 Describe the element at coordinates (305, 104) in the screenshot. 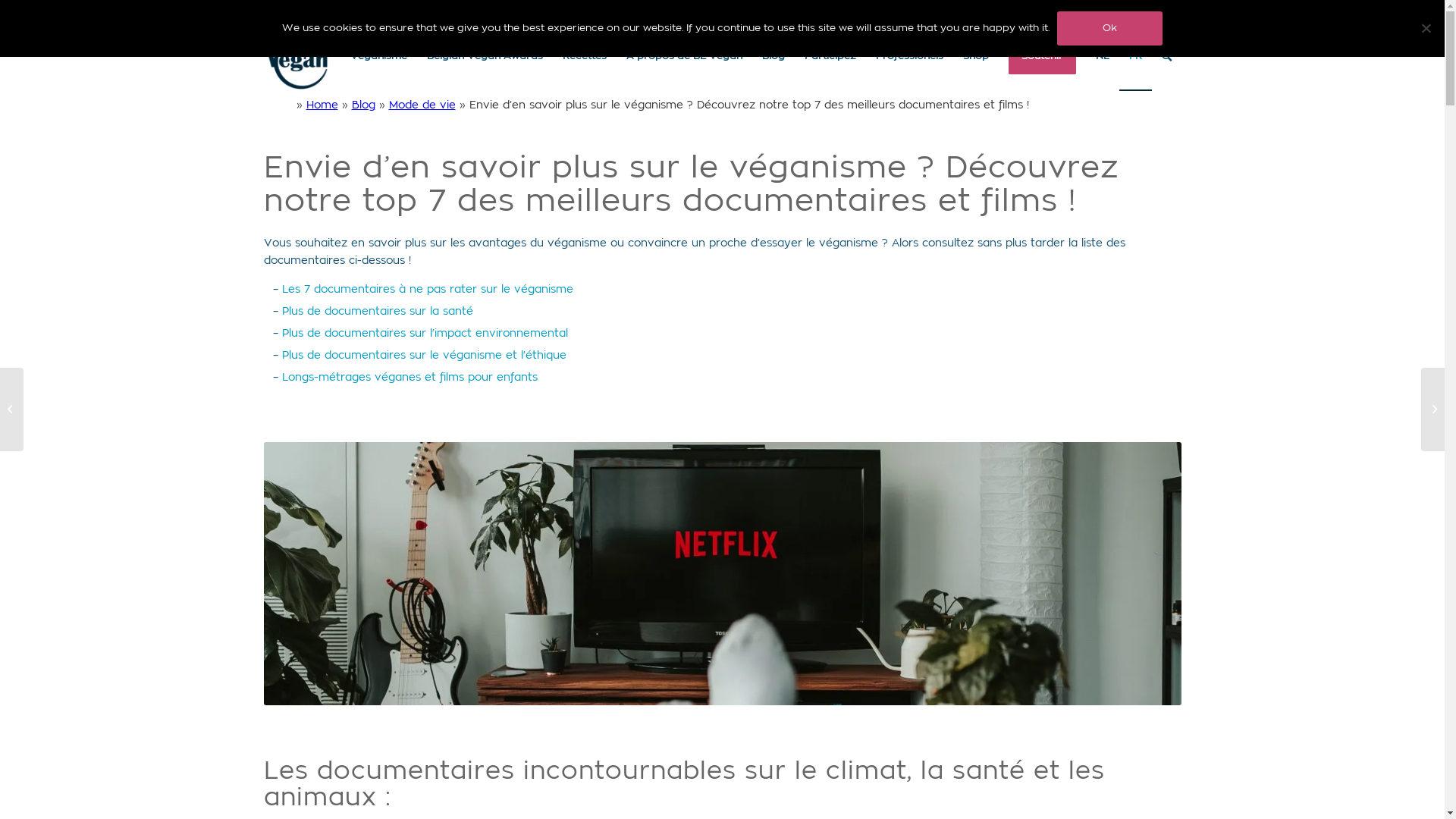

I see `'Home'` at that location.